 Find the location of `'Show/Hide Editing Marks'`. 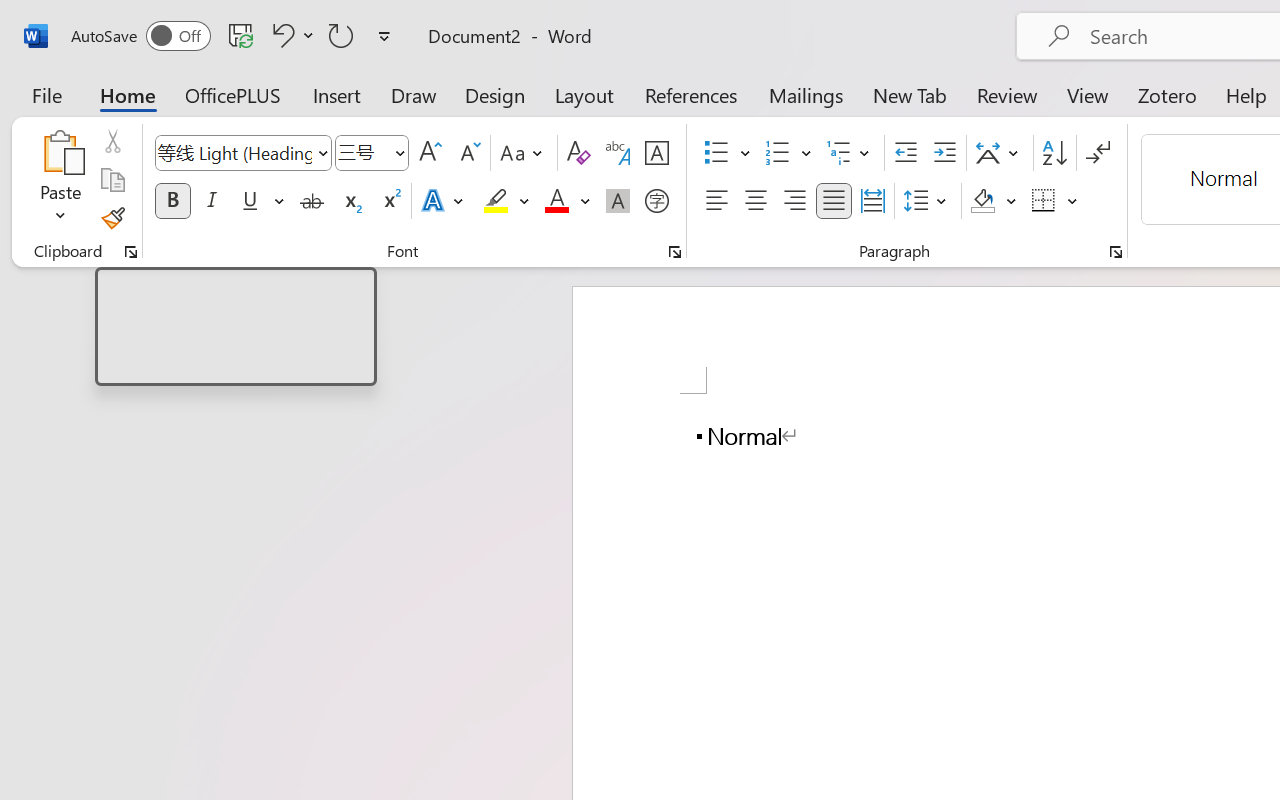

'Show/Hide Editing Marks' is located at coordinates (1097, 153).